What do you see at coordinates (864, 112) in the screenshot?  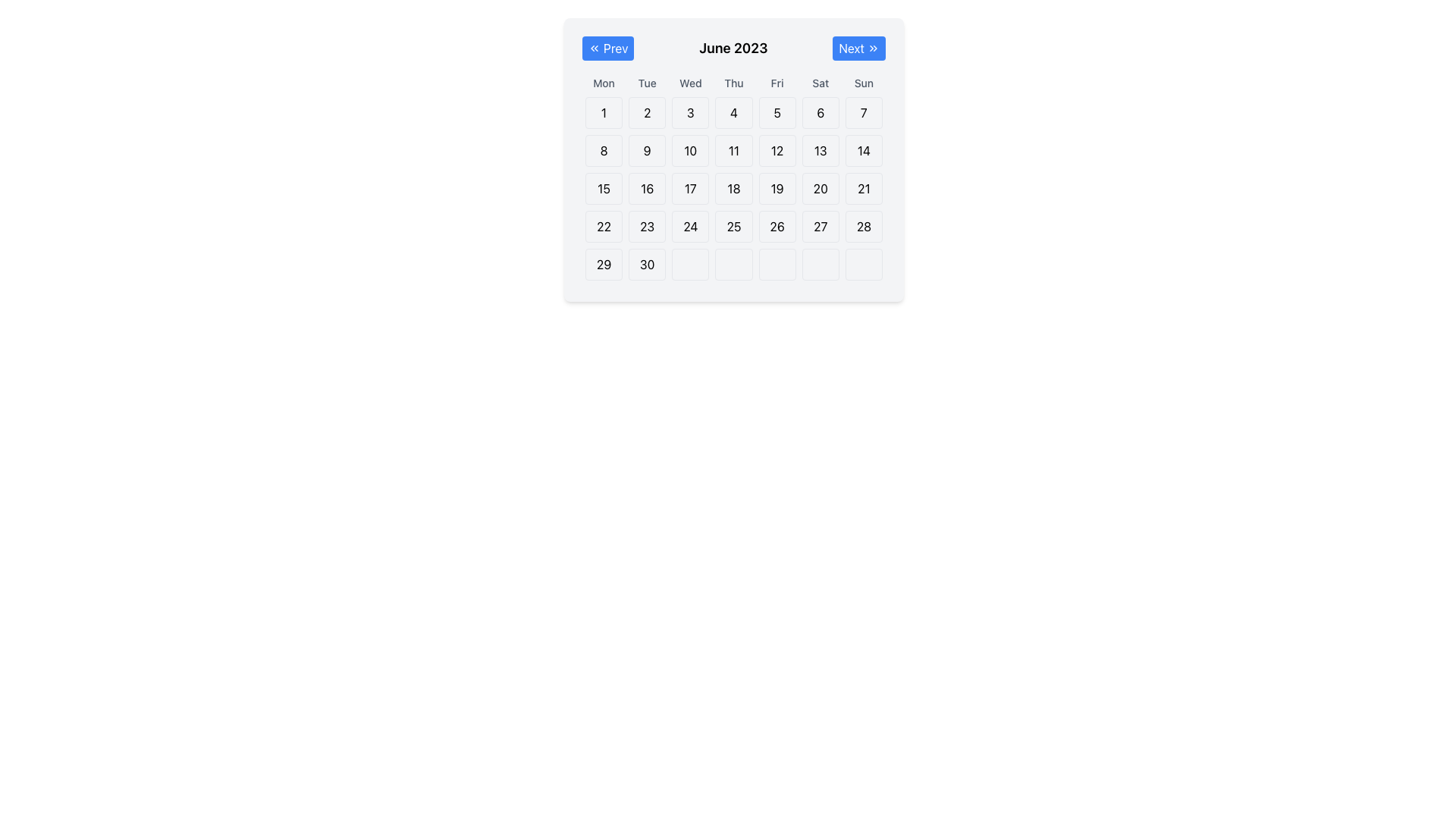 I see `the selectable date button in the top-right corner of the calendar interface` at bounding box center [864, 112].